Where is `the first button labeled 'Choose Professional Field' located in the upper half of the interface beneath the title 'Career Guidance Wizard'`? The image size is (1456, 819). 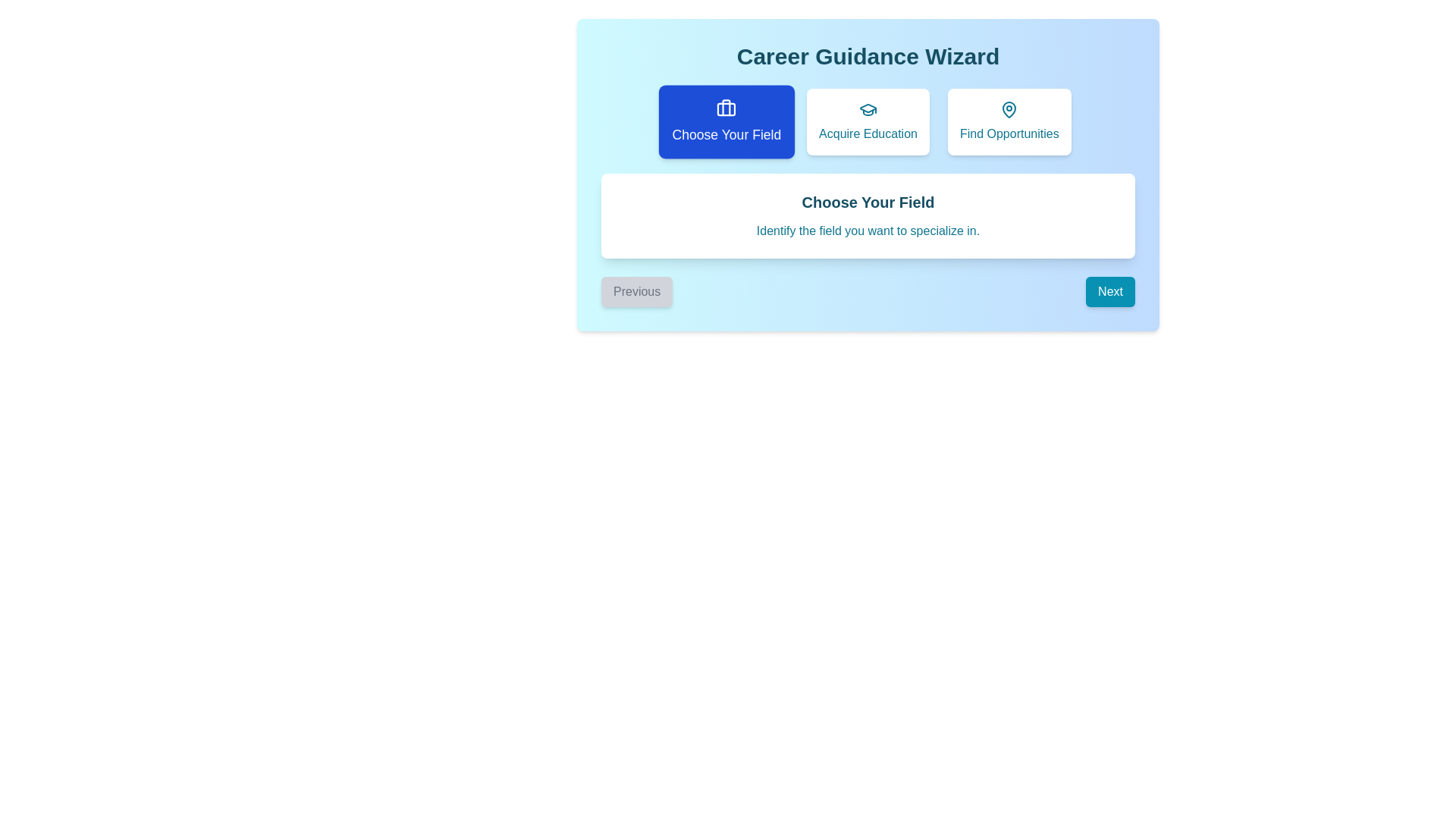 the first button labeled 'Choose Professional Field' located in the upper half of the interface beneath the title 'Career Guidance Wizard' is located at coordinates (726, 121).